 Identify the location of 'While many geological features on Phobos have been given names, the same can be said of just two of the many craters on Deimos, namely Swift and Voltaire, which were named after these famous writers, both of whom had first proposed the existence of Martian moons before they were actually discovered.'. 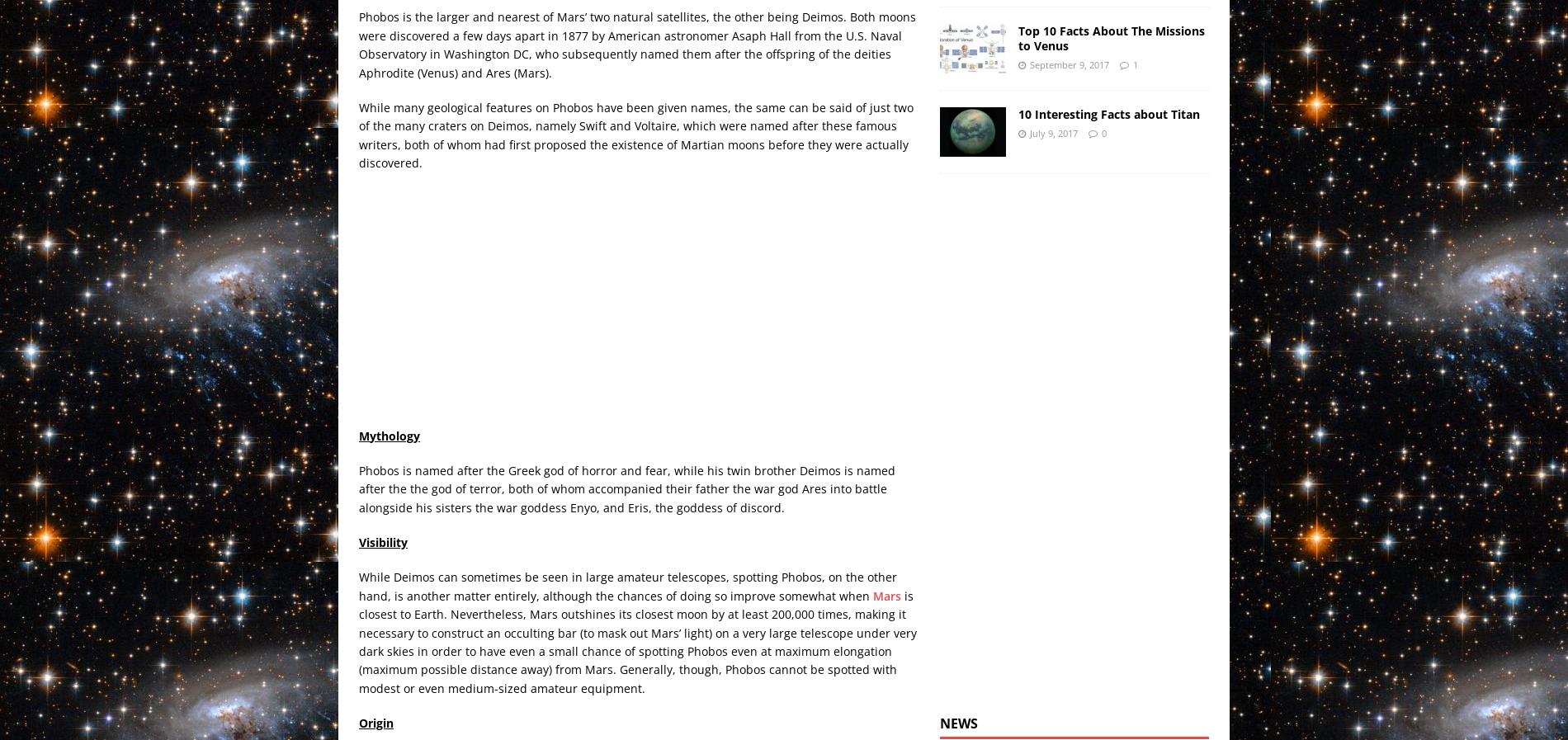
(635, 134).